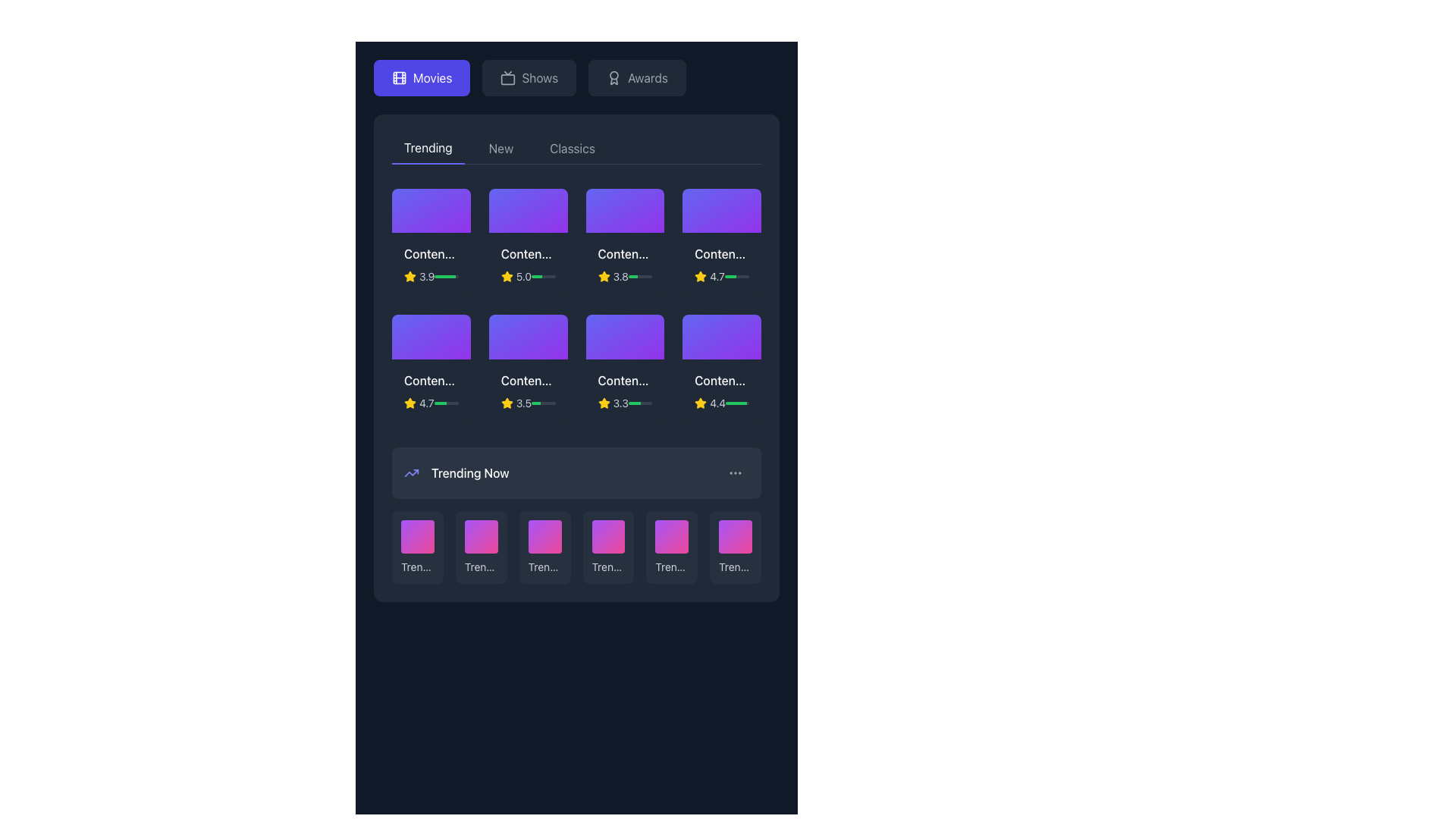  I want to click on the small yellow star icon which indicates a rating, located to the left of the numeric rating score in the content card under the 'Trending' tab, so click(700, 402).